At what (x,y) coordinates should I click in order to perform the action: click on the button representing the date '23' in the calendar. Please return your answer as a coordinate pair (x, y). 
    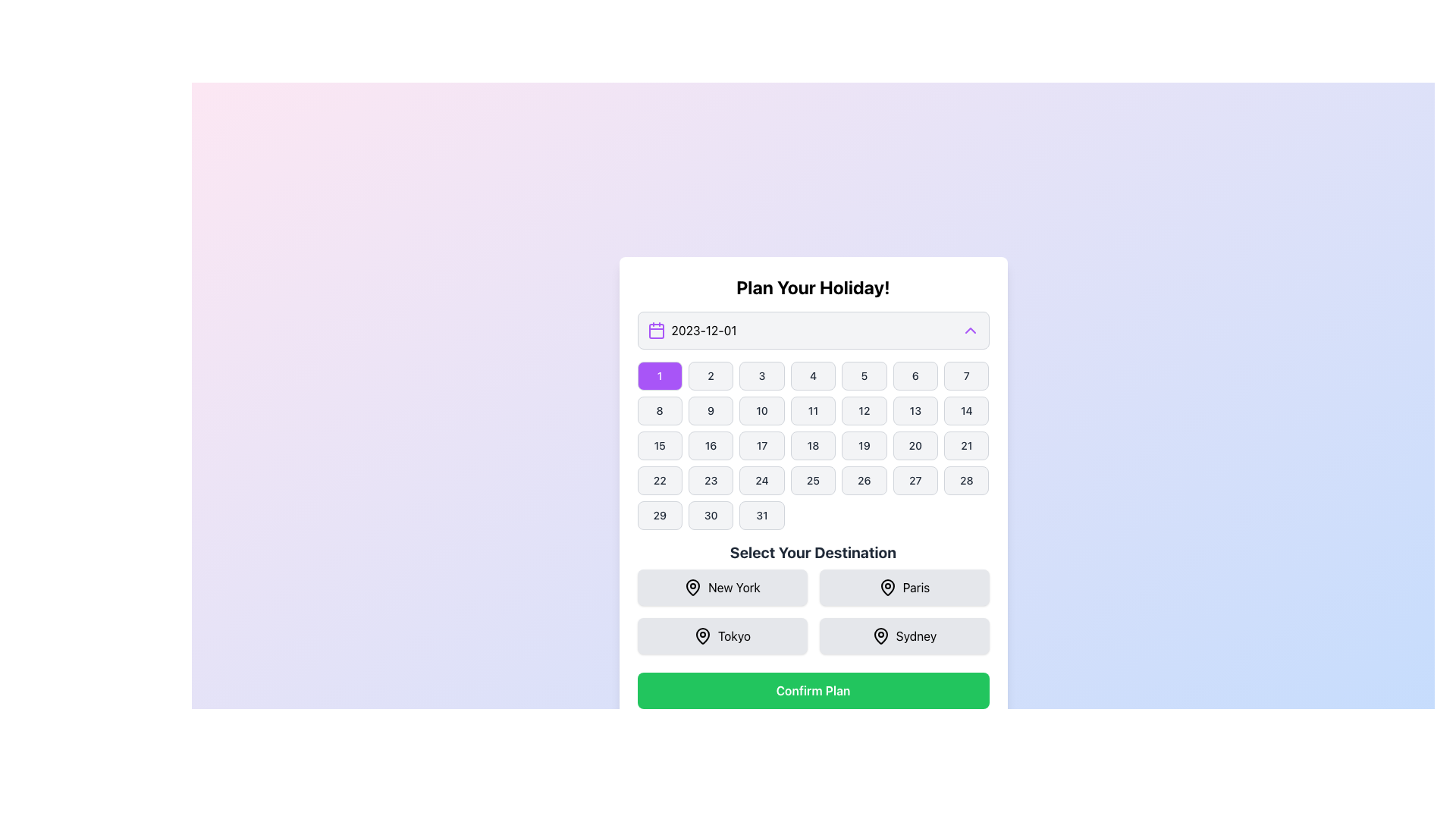
    Looking at the image, I should click on (709, 480).